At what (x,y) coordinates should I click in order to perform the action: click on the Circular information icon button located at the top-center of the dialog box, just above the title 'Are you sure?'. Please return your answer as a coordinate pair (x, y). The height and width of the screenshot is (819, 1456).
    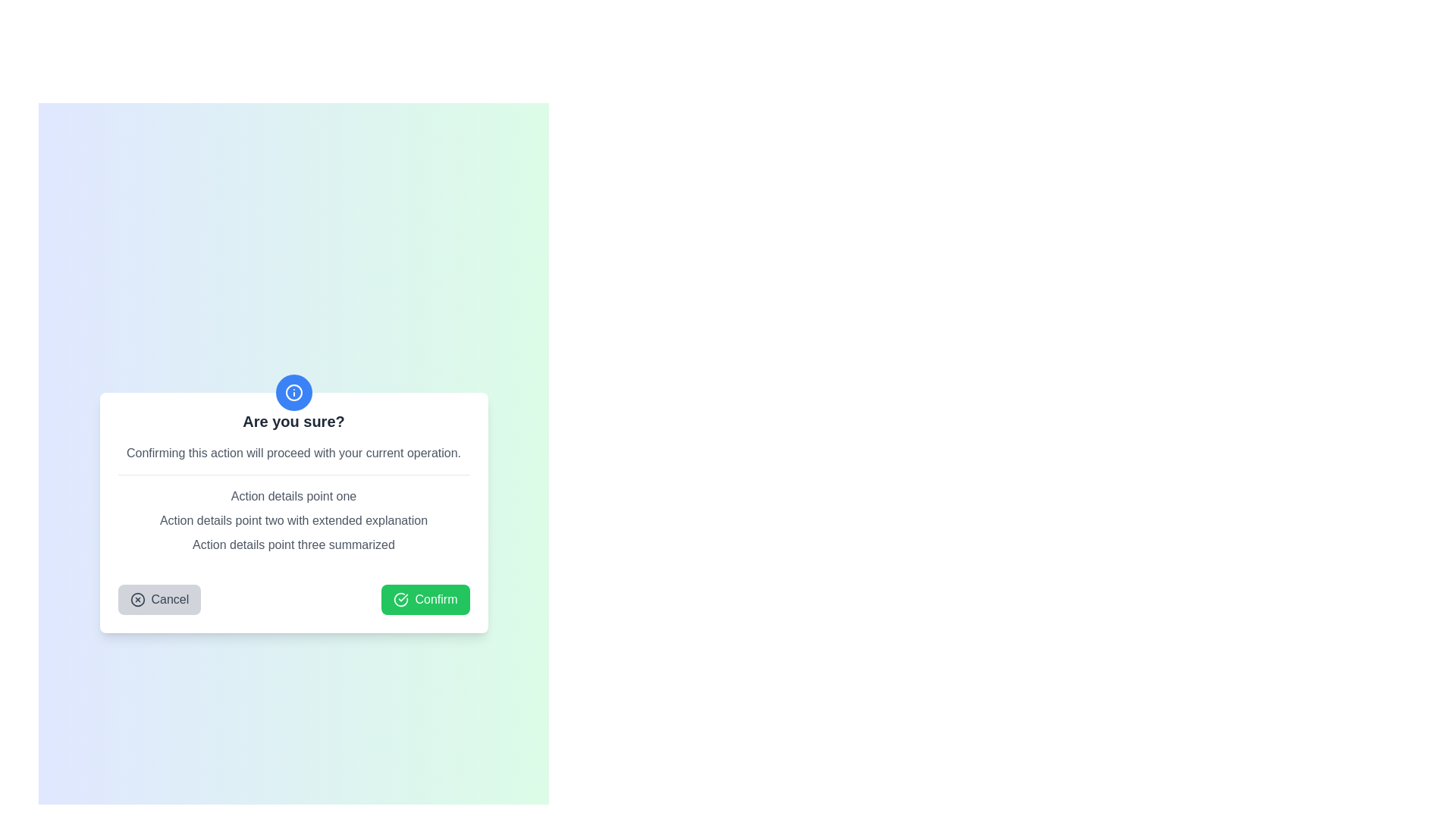
    Looking at the image, I should click on (293, 391).